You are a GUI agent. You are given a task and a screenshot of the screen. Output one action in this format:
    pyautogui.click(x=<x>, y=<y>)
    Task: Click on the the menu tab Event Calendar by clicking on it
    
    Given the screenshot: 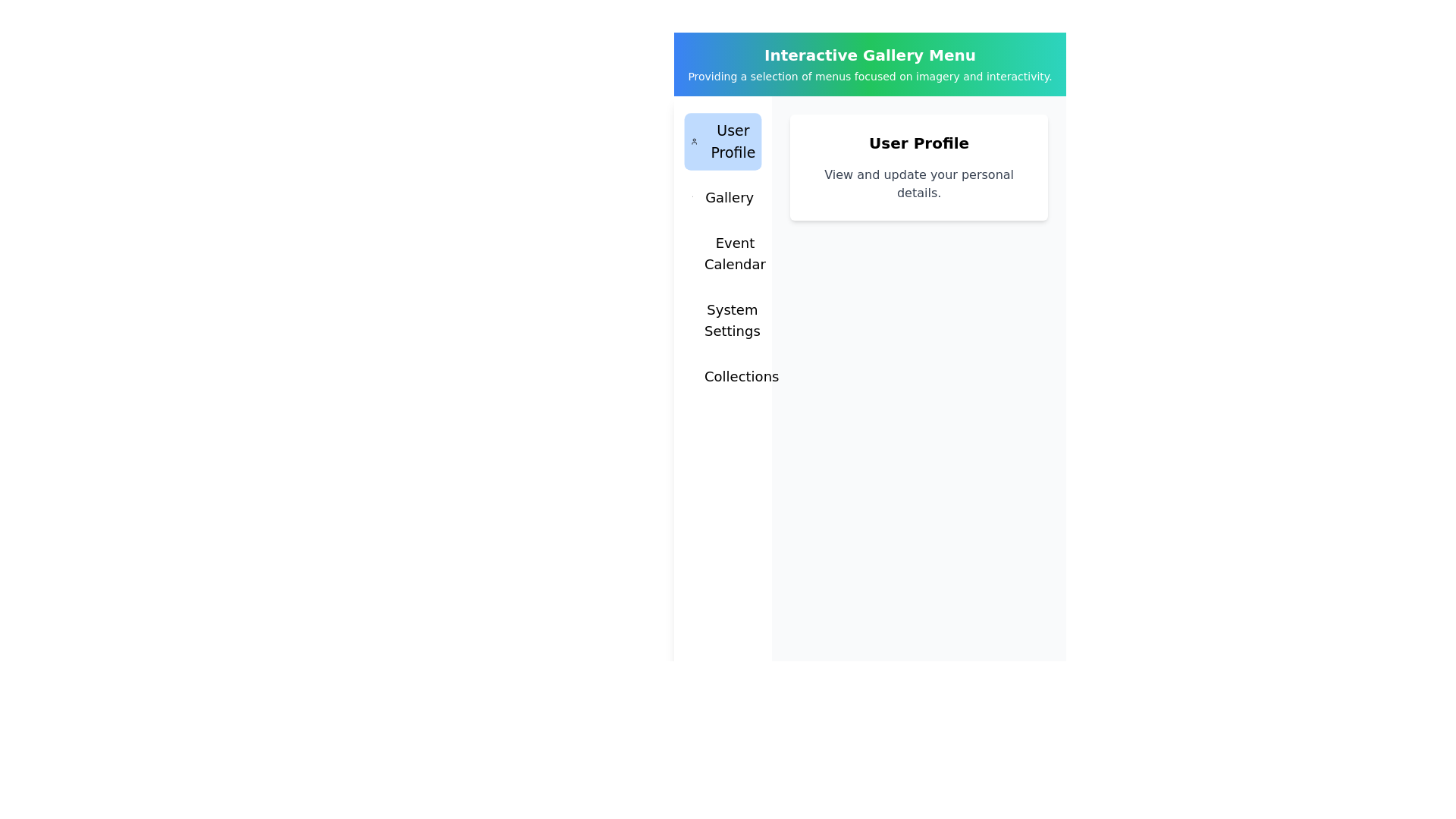 What is the action you would take?
    pyautogui.click(x=722, y=253)
    